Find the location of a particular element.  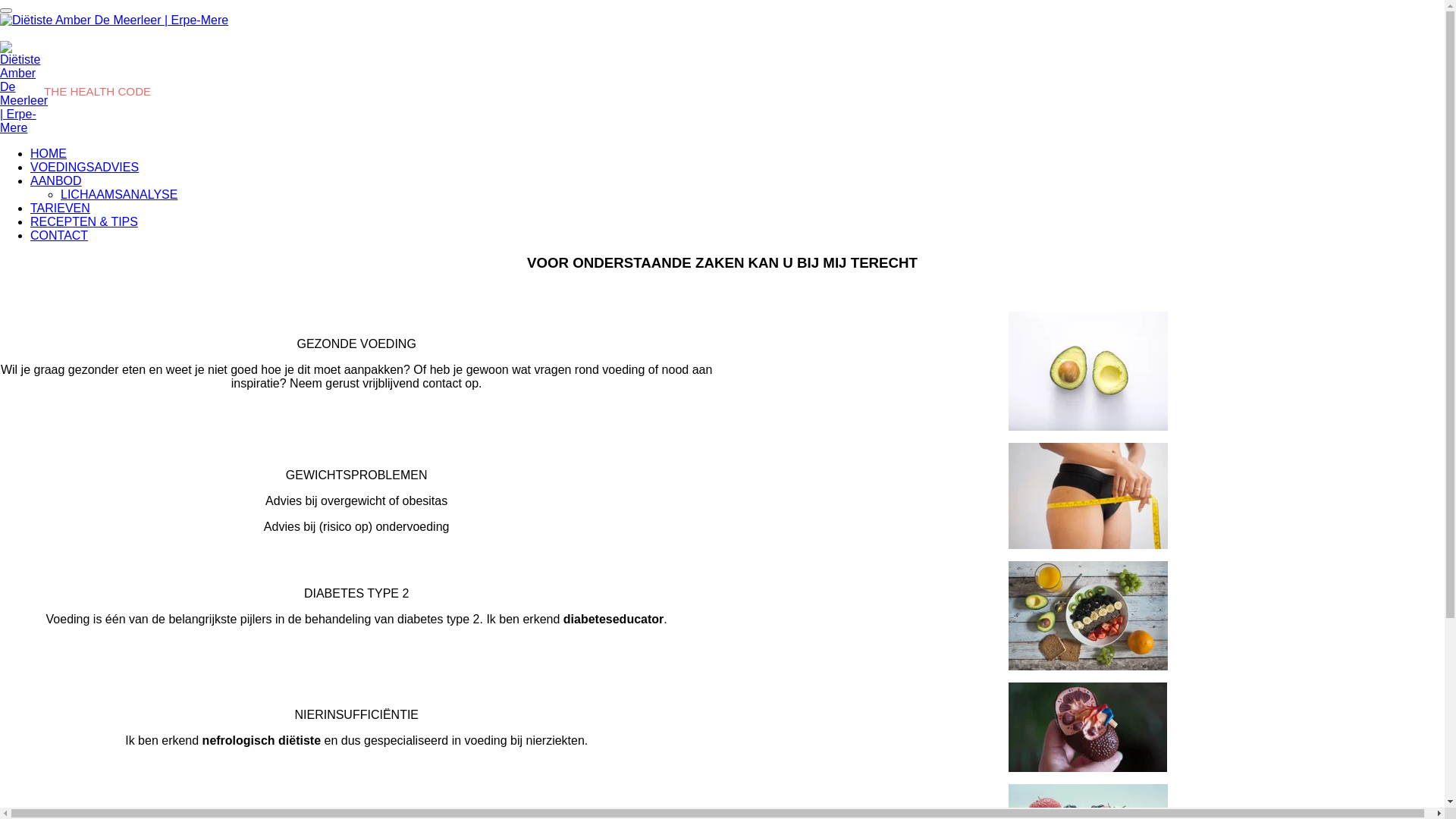

'THE HEALTH CODE' is located at coordinates (96, 91).